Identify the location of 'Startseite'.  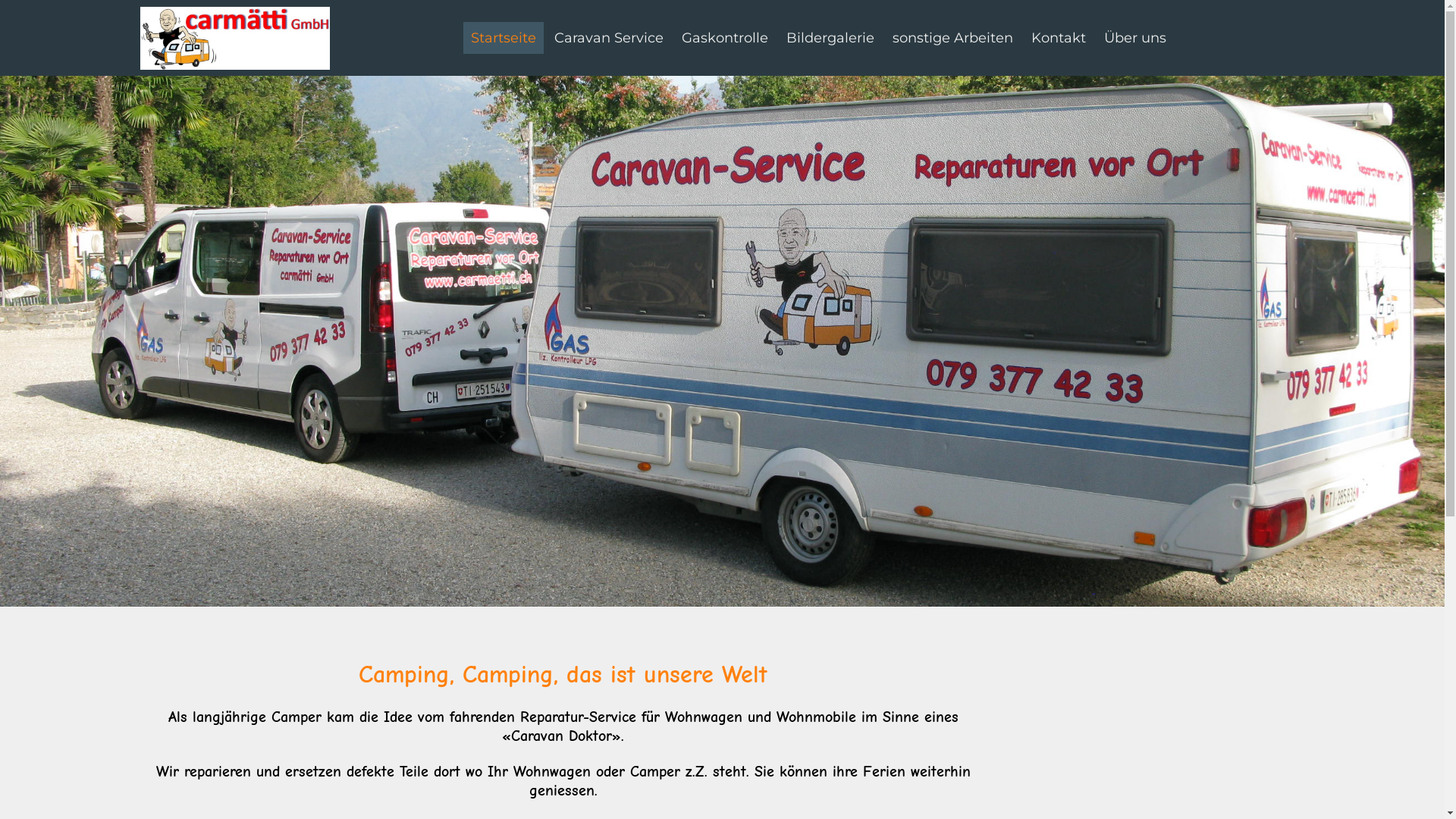
(503, 37).